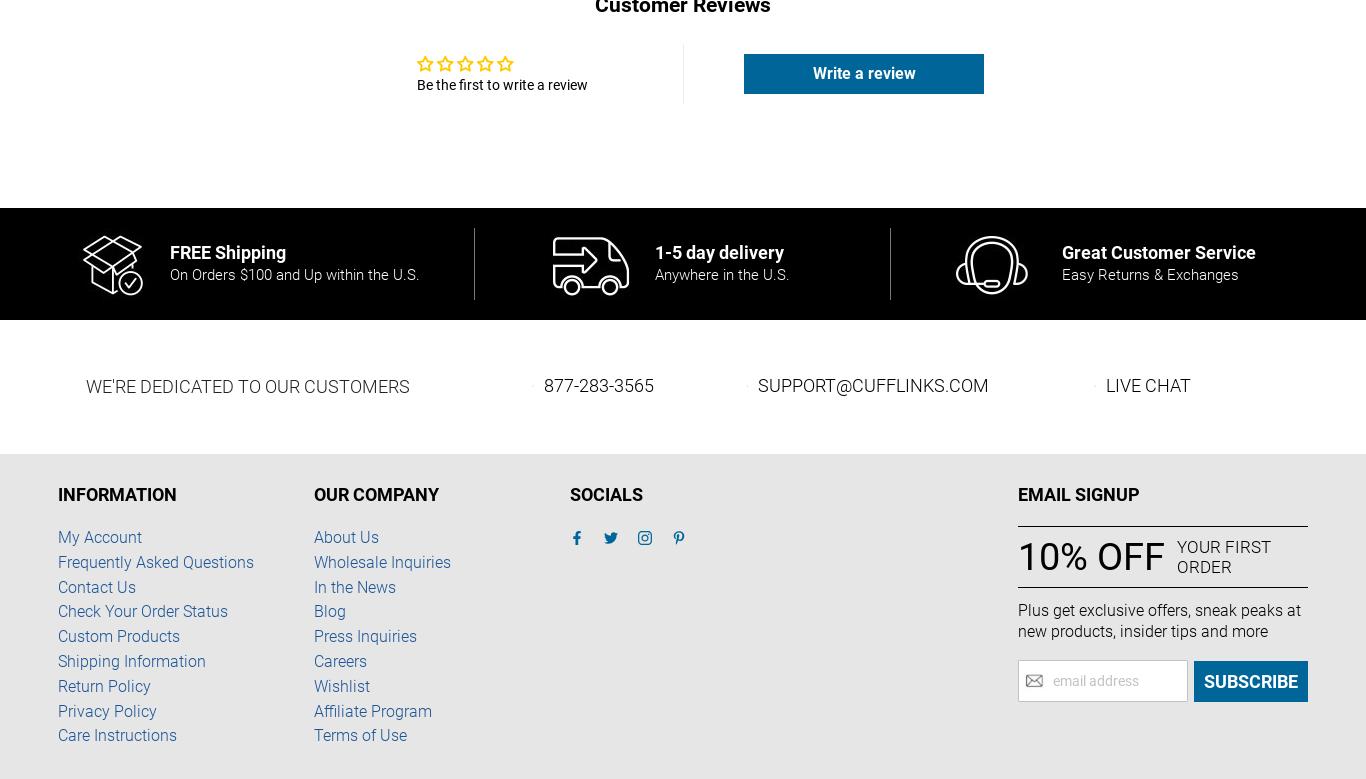 The width and height of the screenshot is (1366, 779). I want to click on 'Terms of Use', so click(359, 734).